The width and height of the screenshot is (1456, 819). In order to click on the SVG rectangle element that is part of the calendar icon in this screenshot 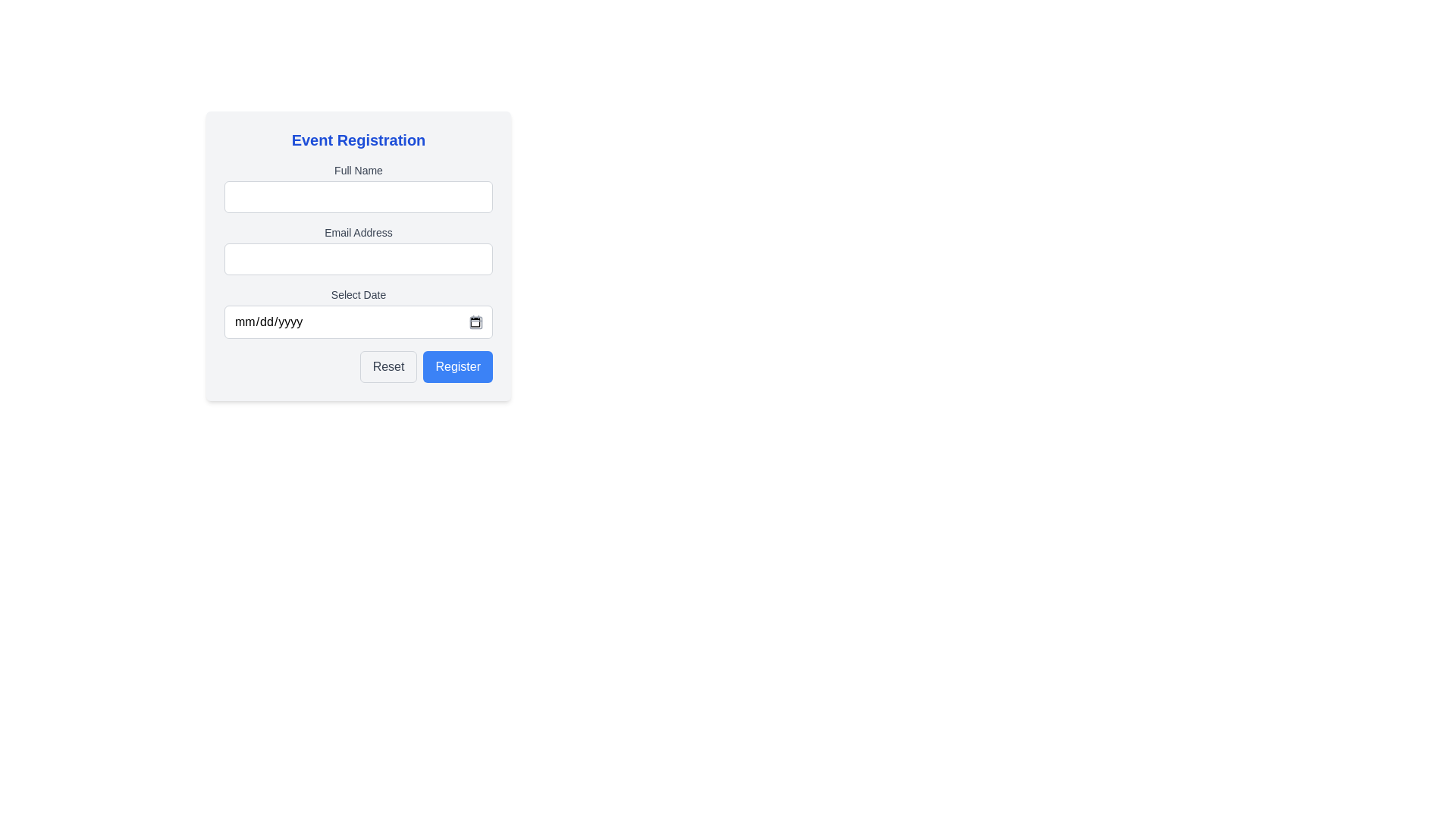, I will do `click(475, 321)`.